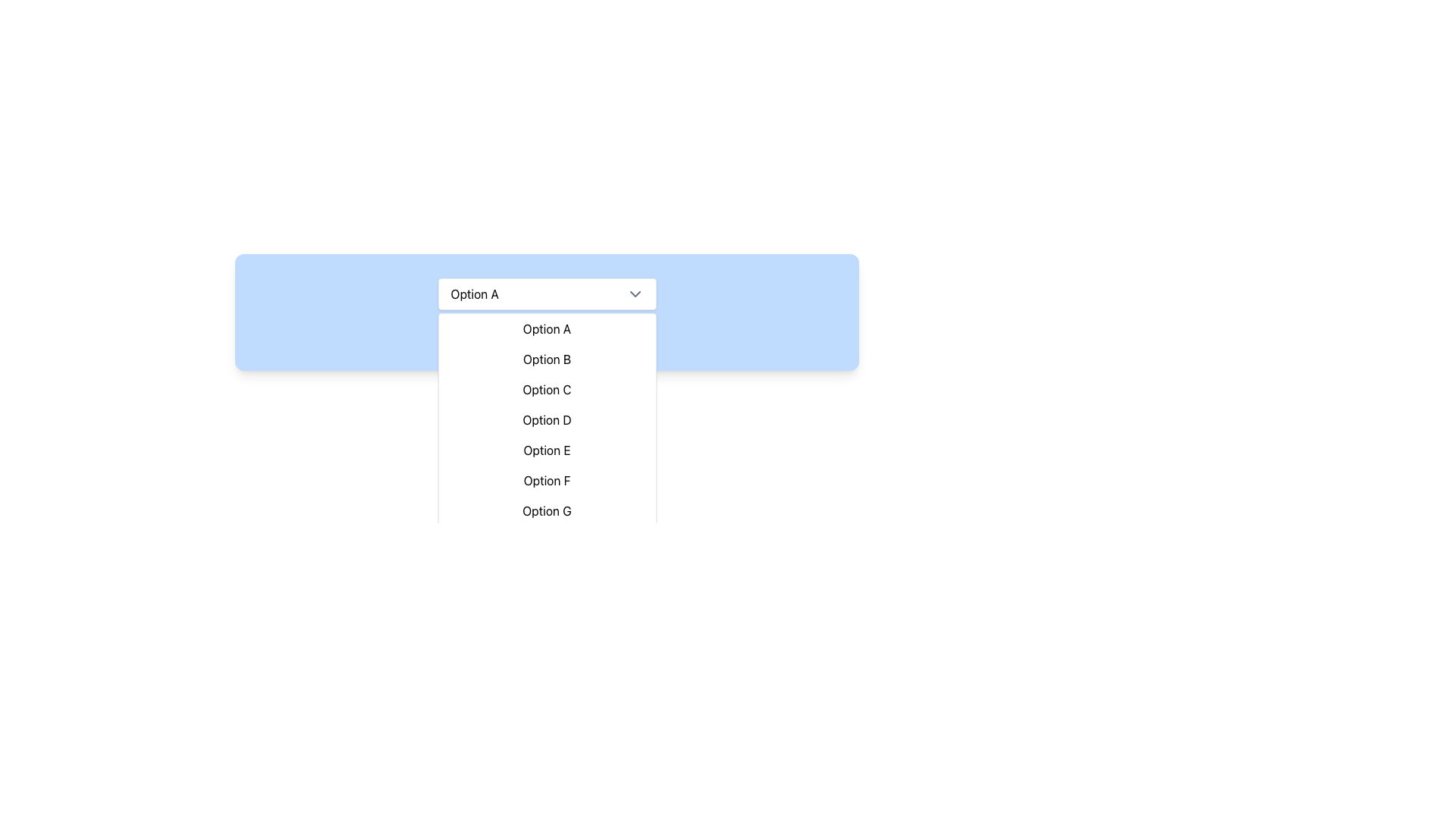 This screenshot has height=819, width=1456. Describe the element at coordinates (546, 378) in the screenshot. I see `the dropdown menu with selectable items that has a soft blue top bar and white dropdown list` at that location.